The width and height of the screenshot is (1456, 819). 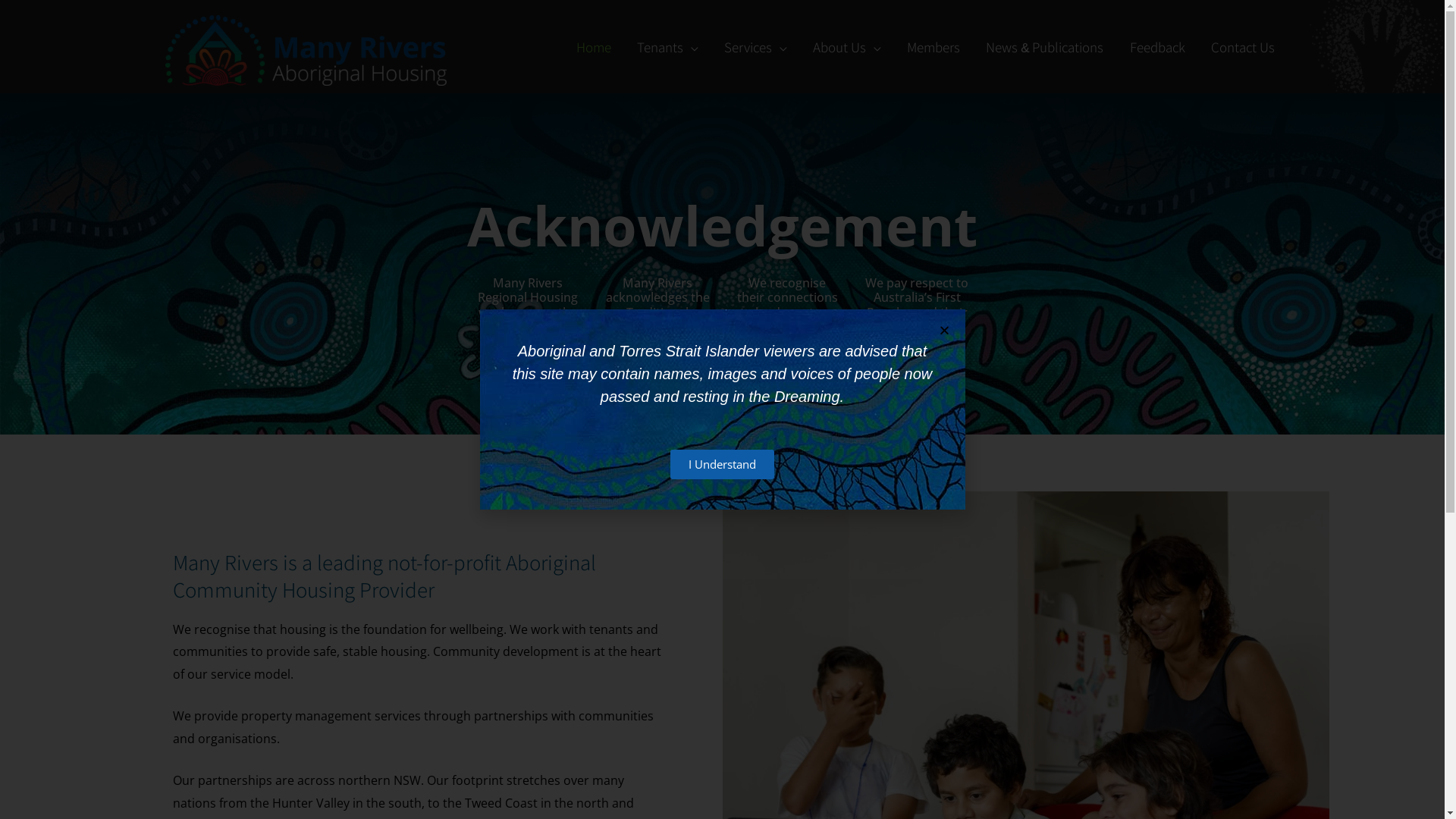 What do you see at coordinates (932, 45) in the screenshot?
I see `'Members'` at bounding box center [932, 45].